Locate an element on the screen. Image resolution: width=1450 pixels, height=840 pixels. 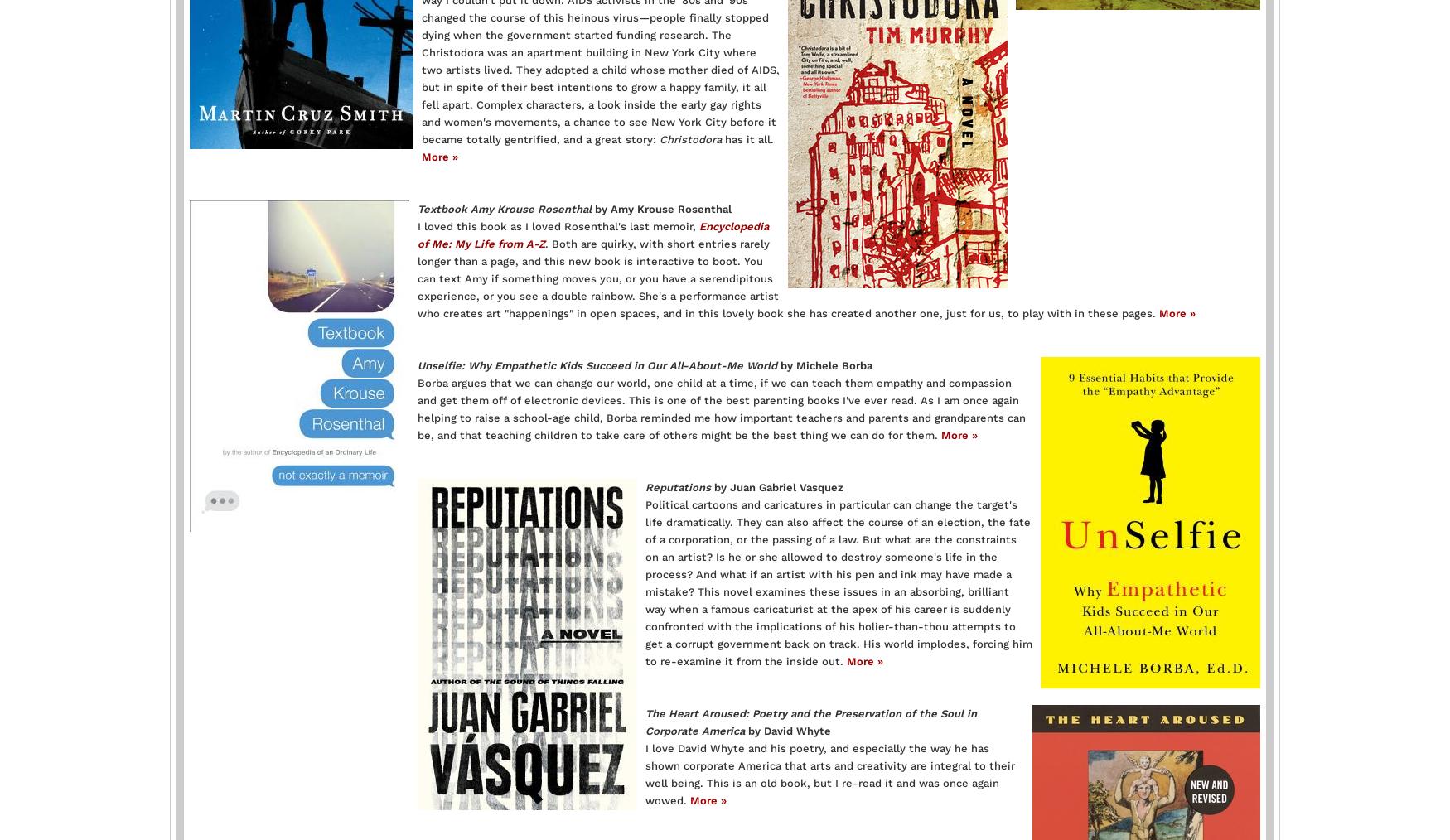
'Borba argues that we can change our world, one child at a time, if we can teach them empathy and compassion and get them off of electronic devices. This is one of the best parenting books I've ever read. As I am once again helping to raise a school-age child, Borba reminded me how important teachers and parents and grandparents can be, and that teaching children to take care of others might be the best thing we can do for them.' is located at coordinates (416, 408).